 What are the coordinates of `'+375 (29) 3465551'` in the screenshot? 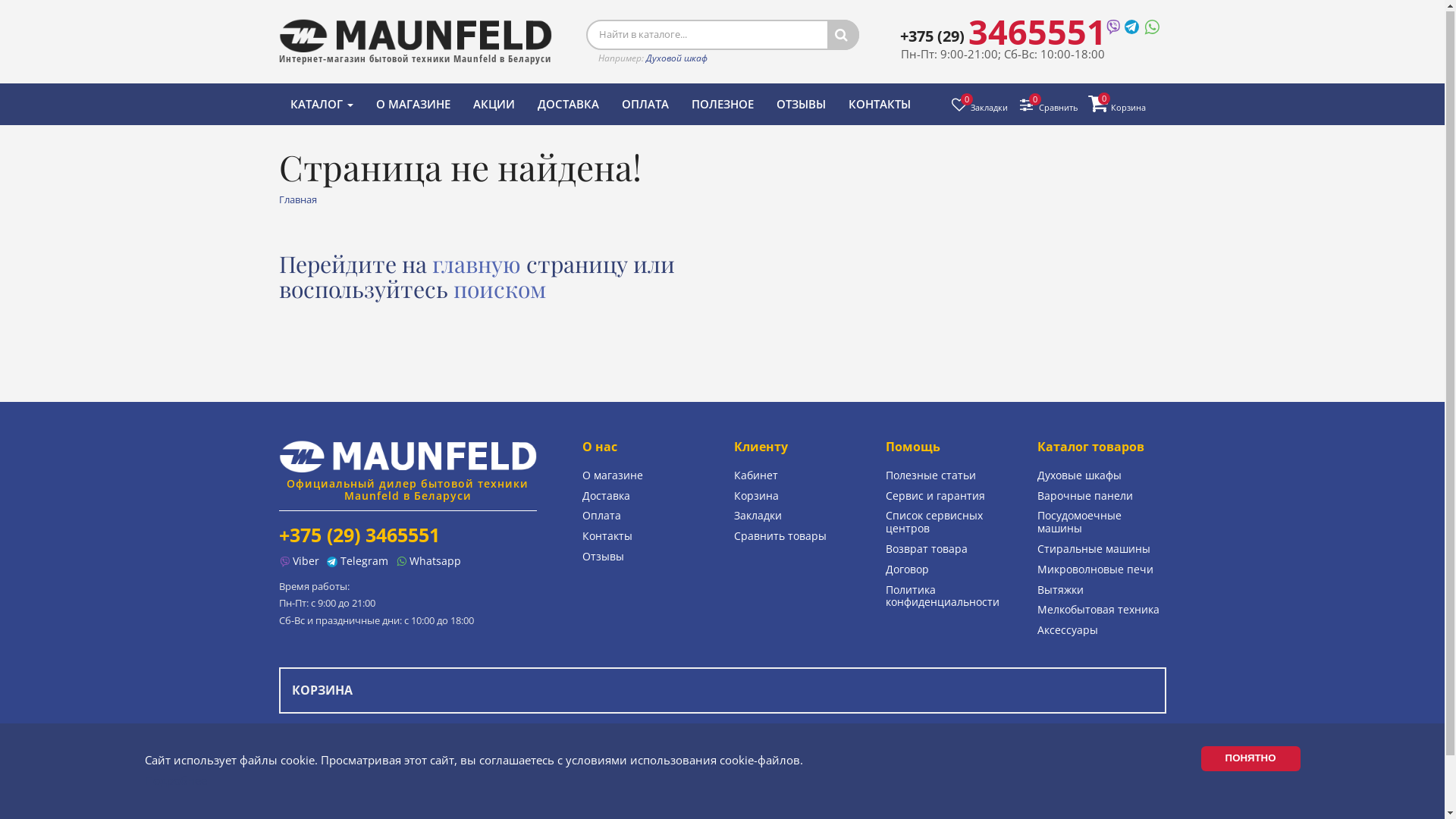 It's located at (1002, 36).